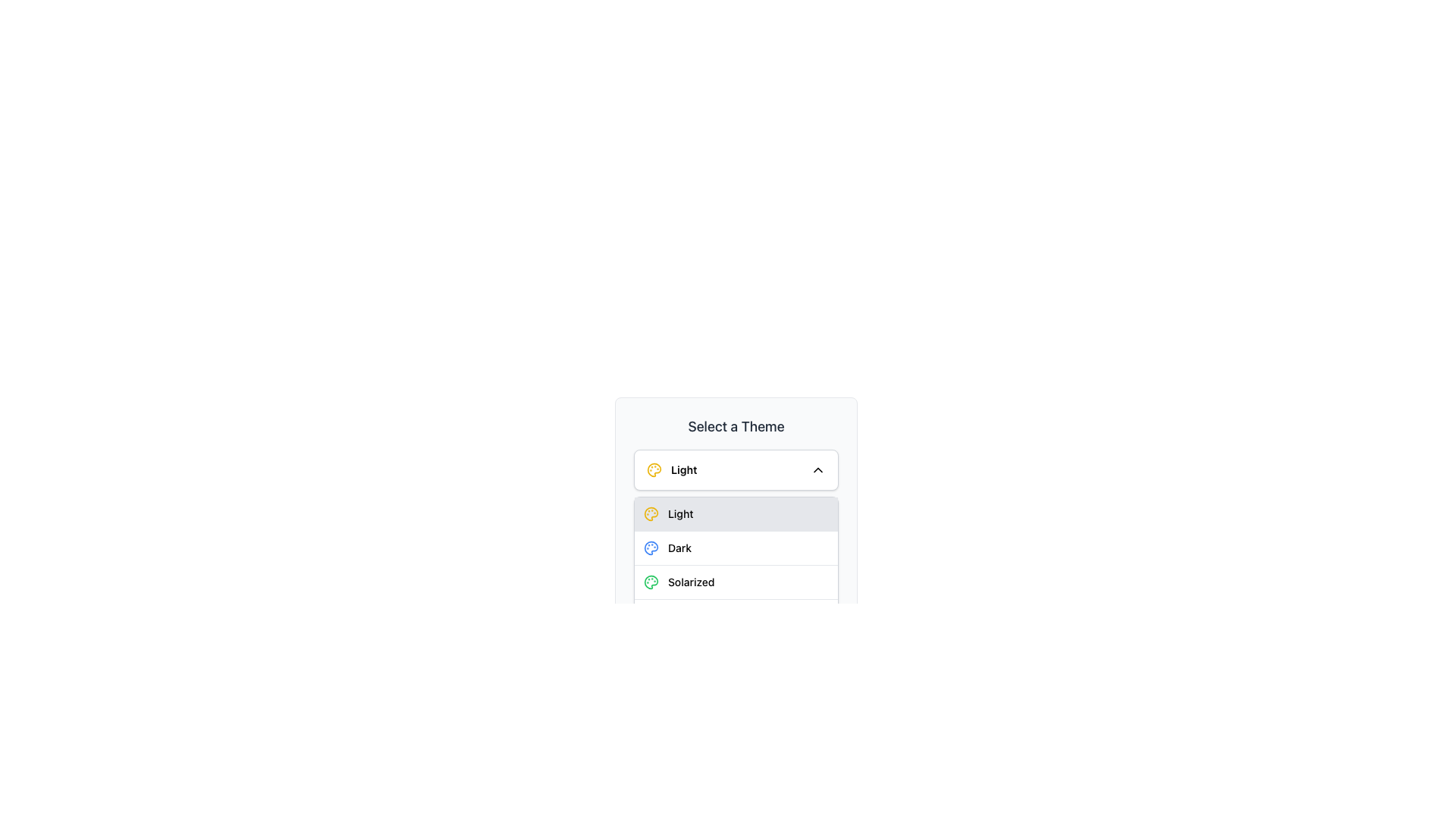  Describe the element at coordinates (683, 469) in the screenshot. I see `the 'Light' text label within the 'Select a Theme' dropdown, which is styled in bold and is the first selectable item adjacent to a palette icon` at that location.